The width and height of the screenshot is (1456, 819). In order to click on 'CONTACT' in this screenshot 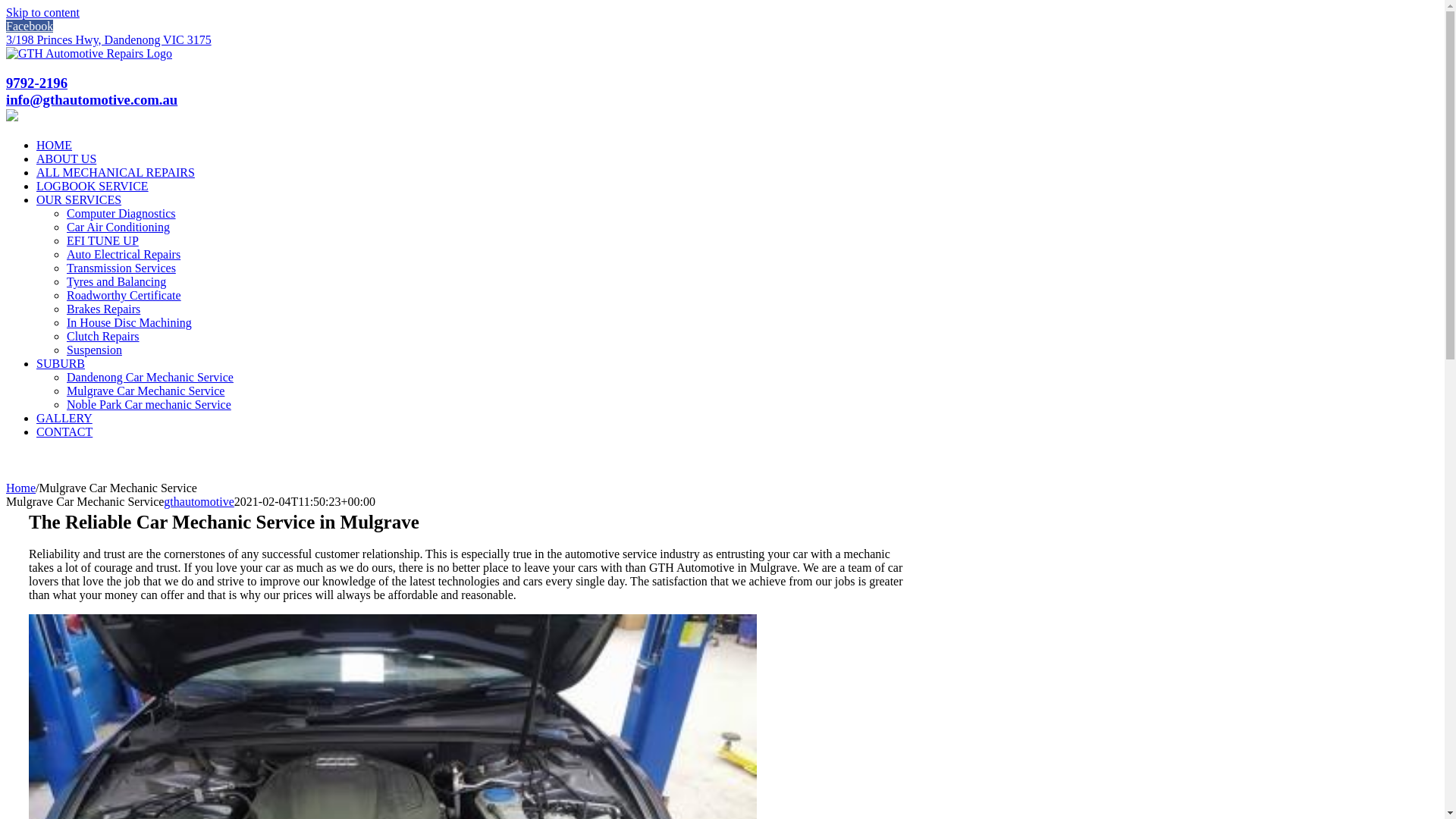, I will do `click(64, 431)`.